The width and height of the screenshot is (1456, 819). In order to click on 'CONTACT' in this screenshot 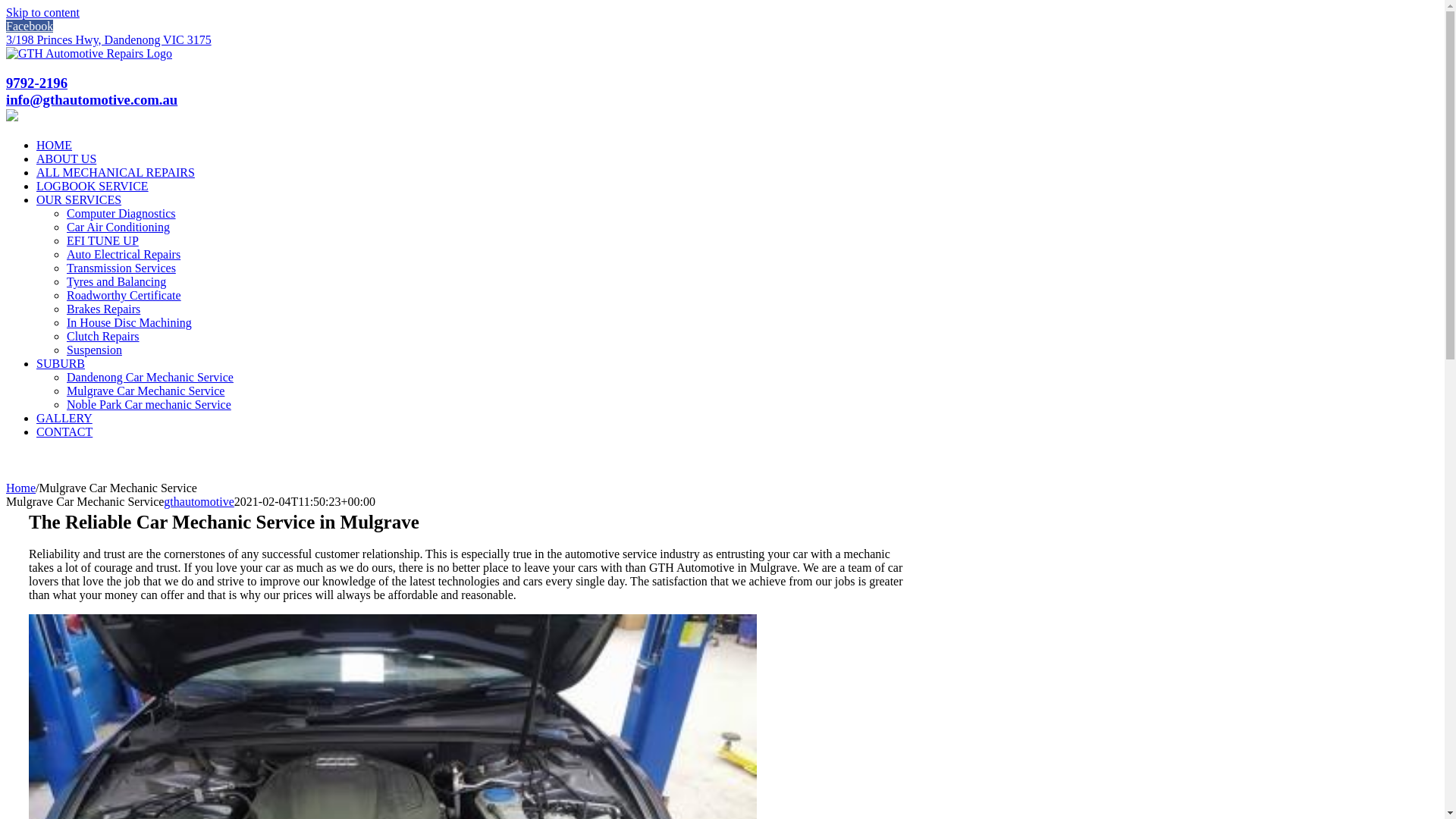, I will do `click(64, 431)`.